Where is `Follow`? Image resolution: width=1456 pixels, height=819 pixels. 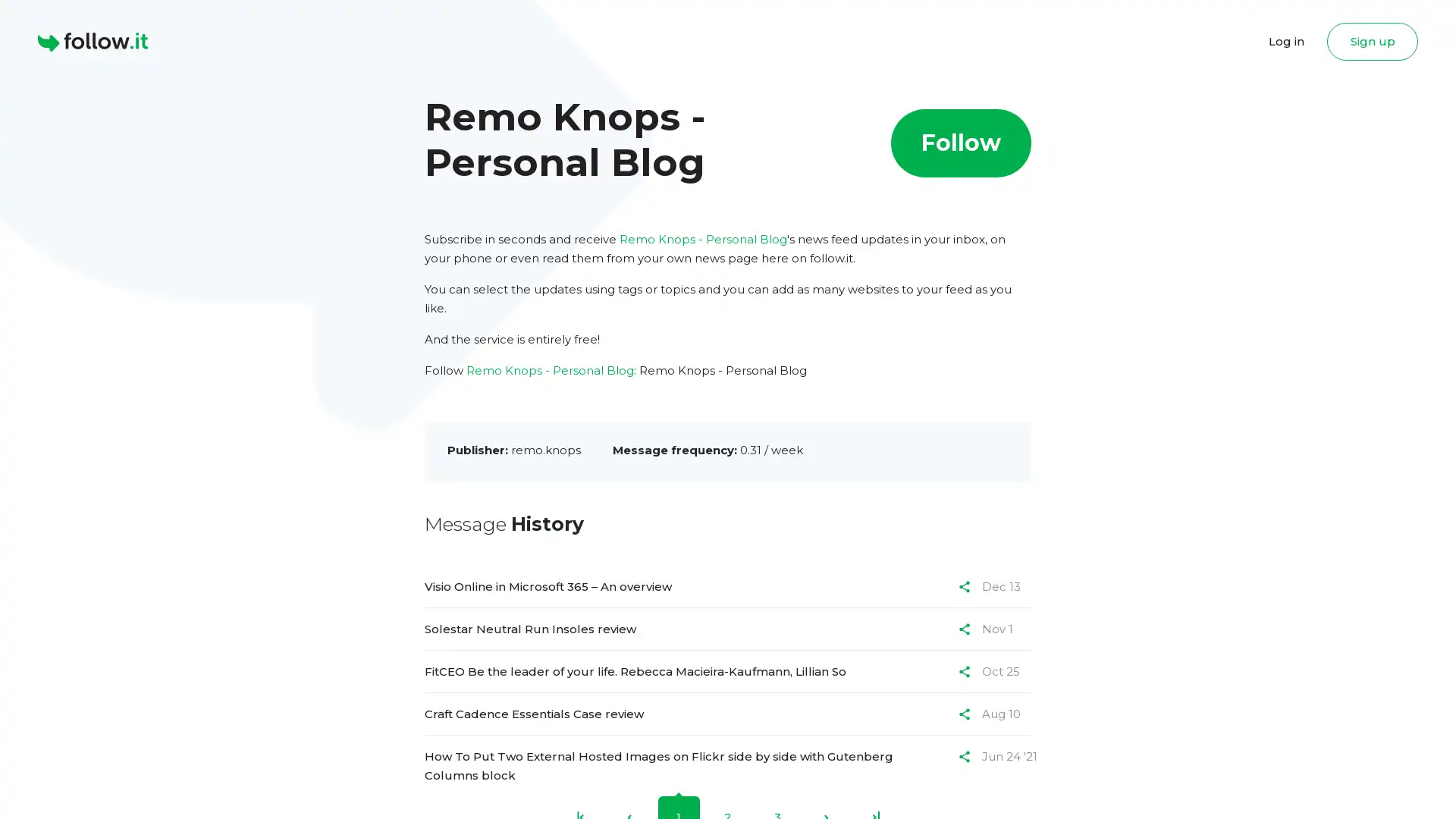
Follow is located at coordinates (960, 143).